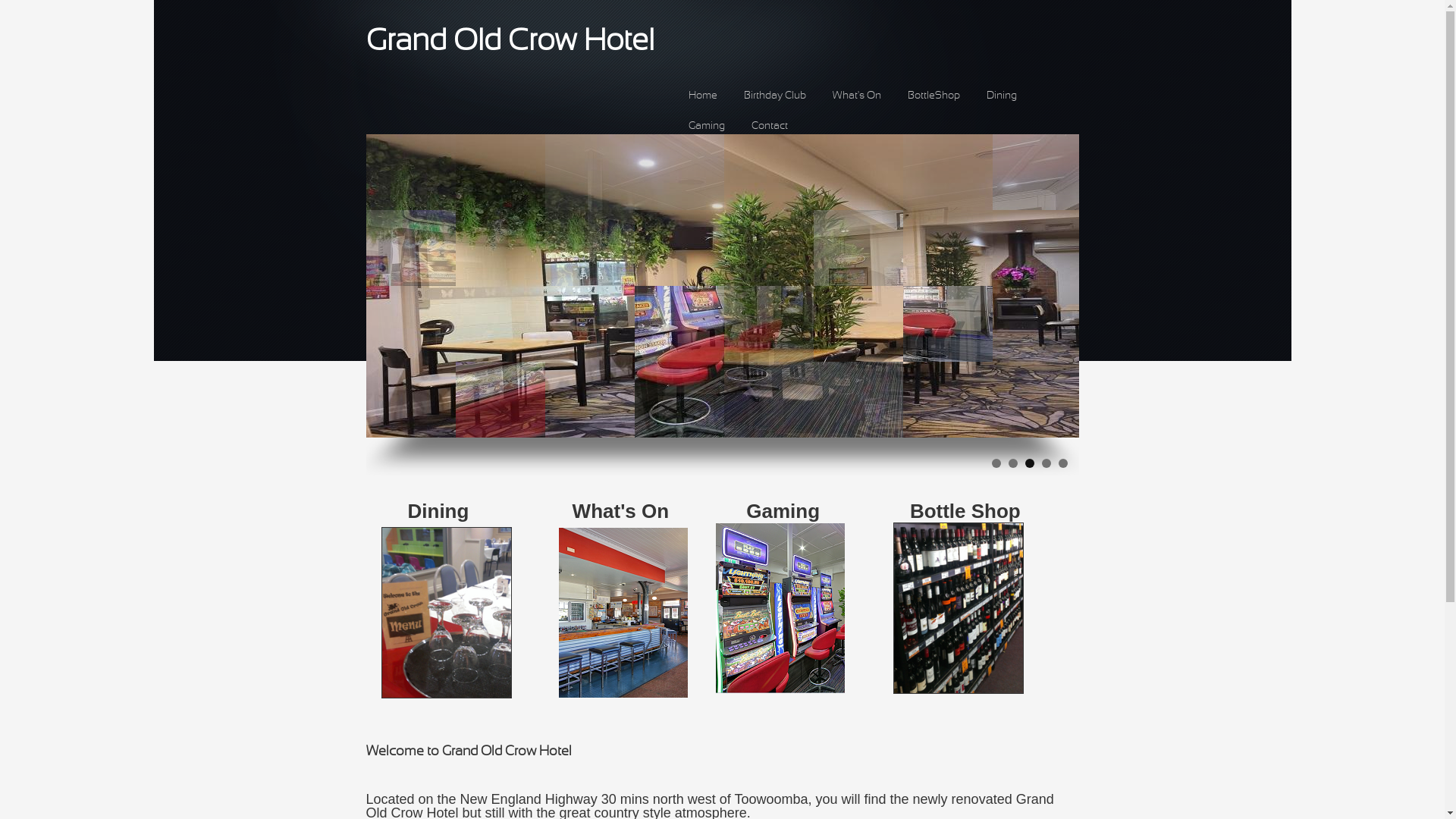  I want to click on 'Dining', so click(978, 96).